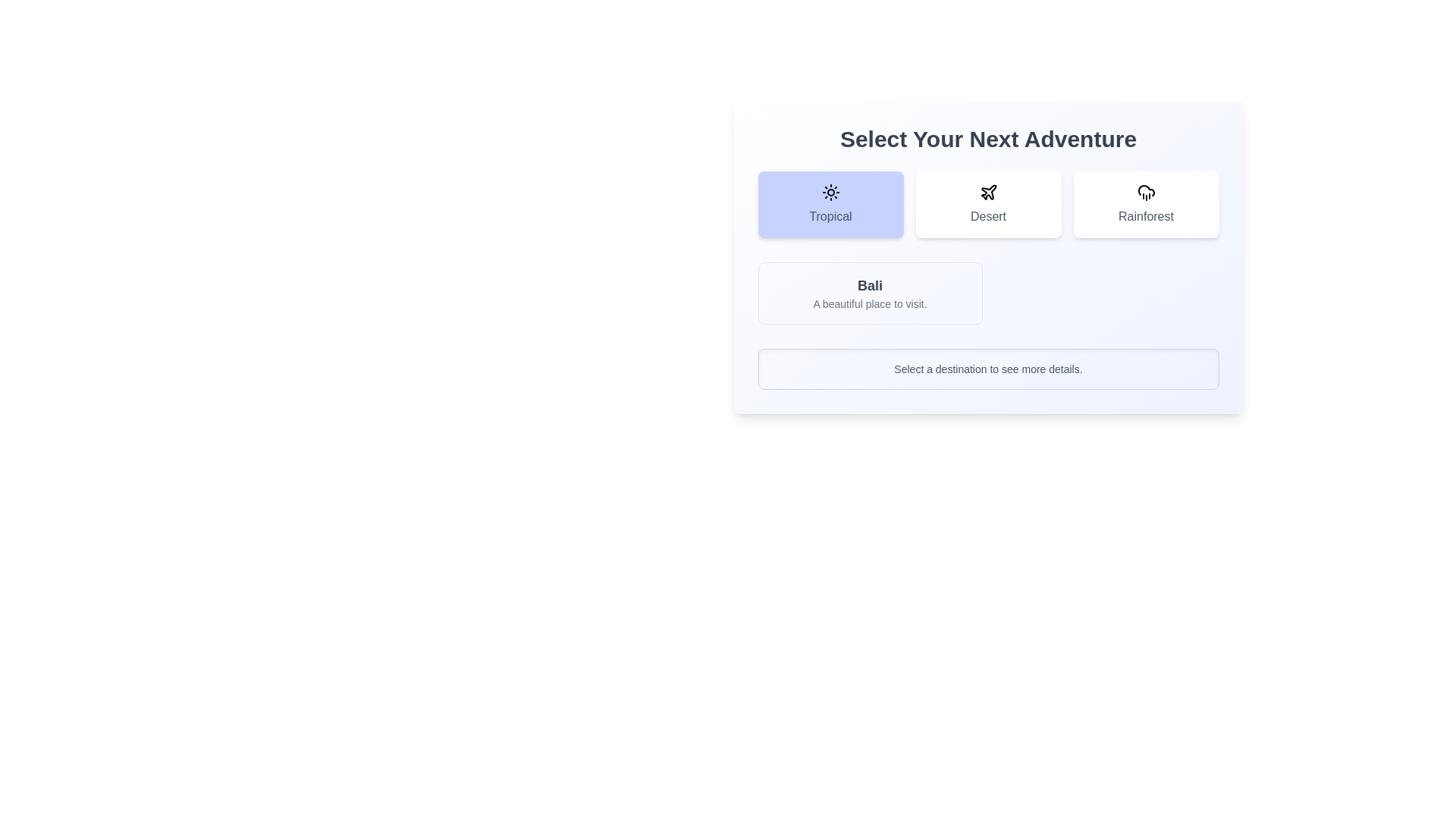  What do you see at coordinates (988, 369) in the screenshot?
I see `the informational Text label that guides users about the next step in their interaction flow, positioned below primary interactive elements` at bounding box center [988, 369].